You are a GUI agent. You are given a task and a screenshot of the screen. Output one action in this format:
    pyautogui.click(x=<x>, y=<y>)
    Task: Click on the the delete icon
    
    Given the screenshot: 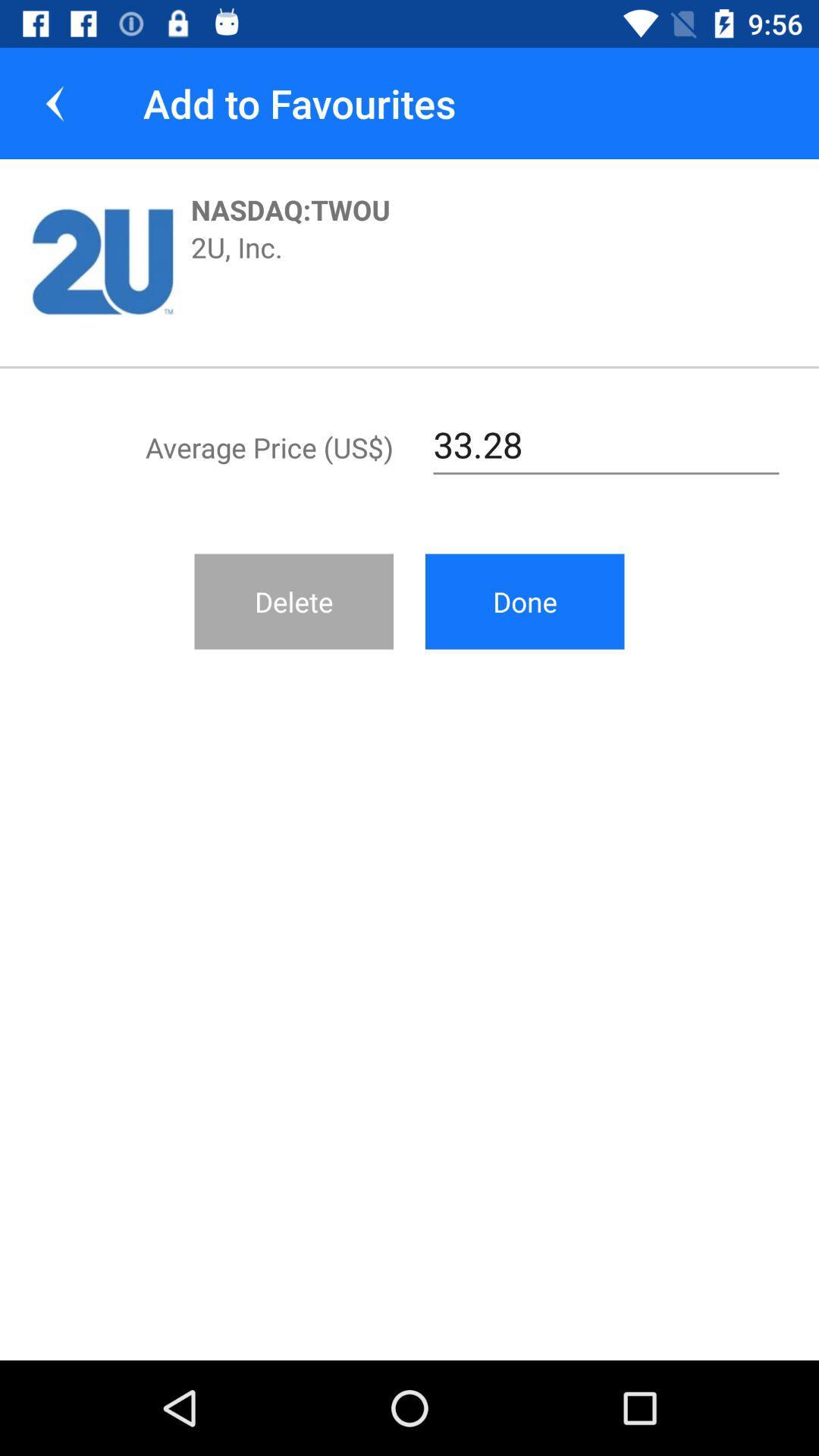 What is the action you would take?
    pyautogui.click(x=293, y=601)
    